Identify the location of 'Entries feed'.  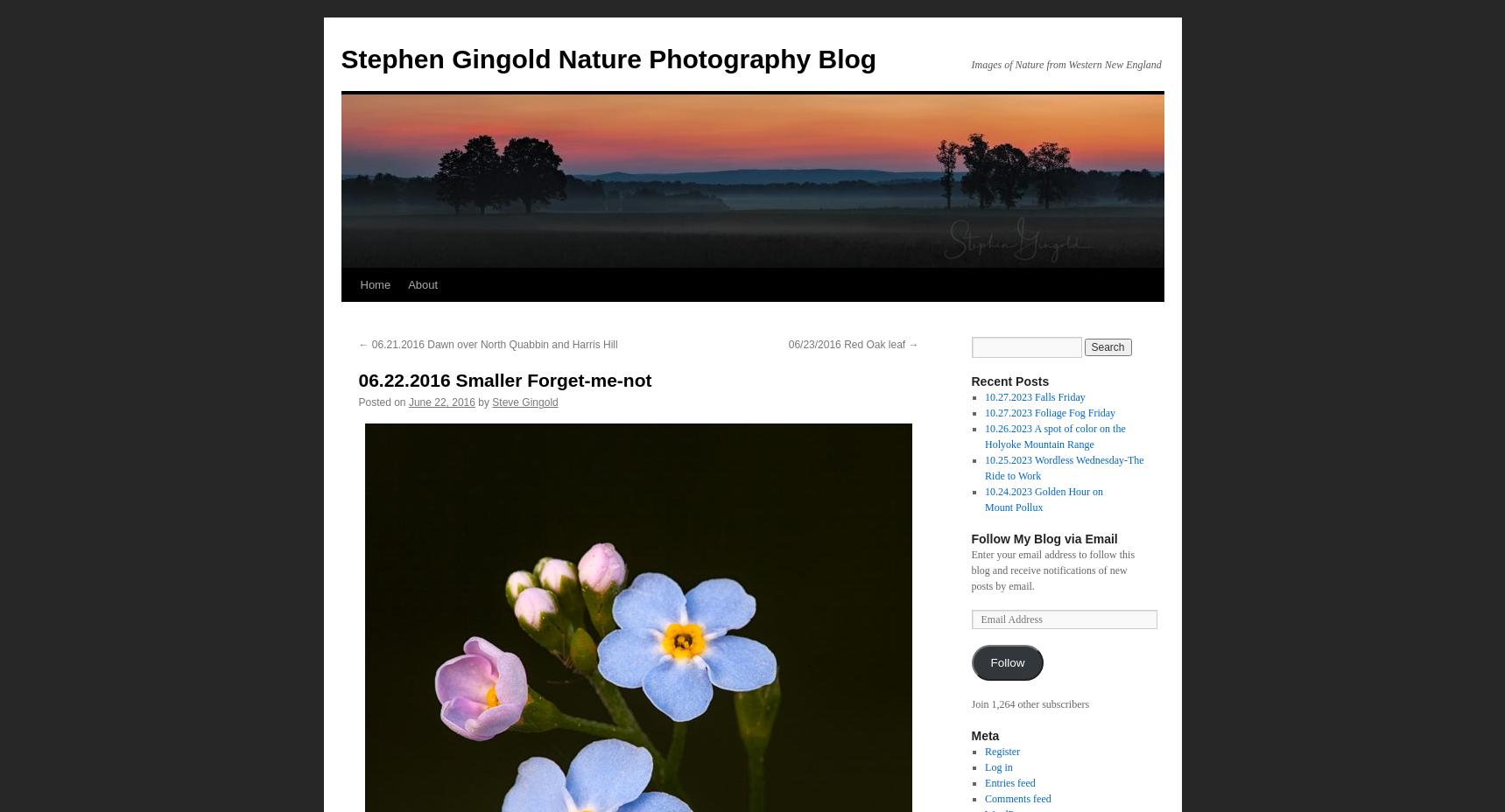
(984, 782).